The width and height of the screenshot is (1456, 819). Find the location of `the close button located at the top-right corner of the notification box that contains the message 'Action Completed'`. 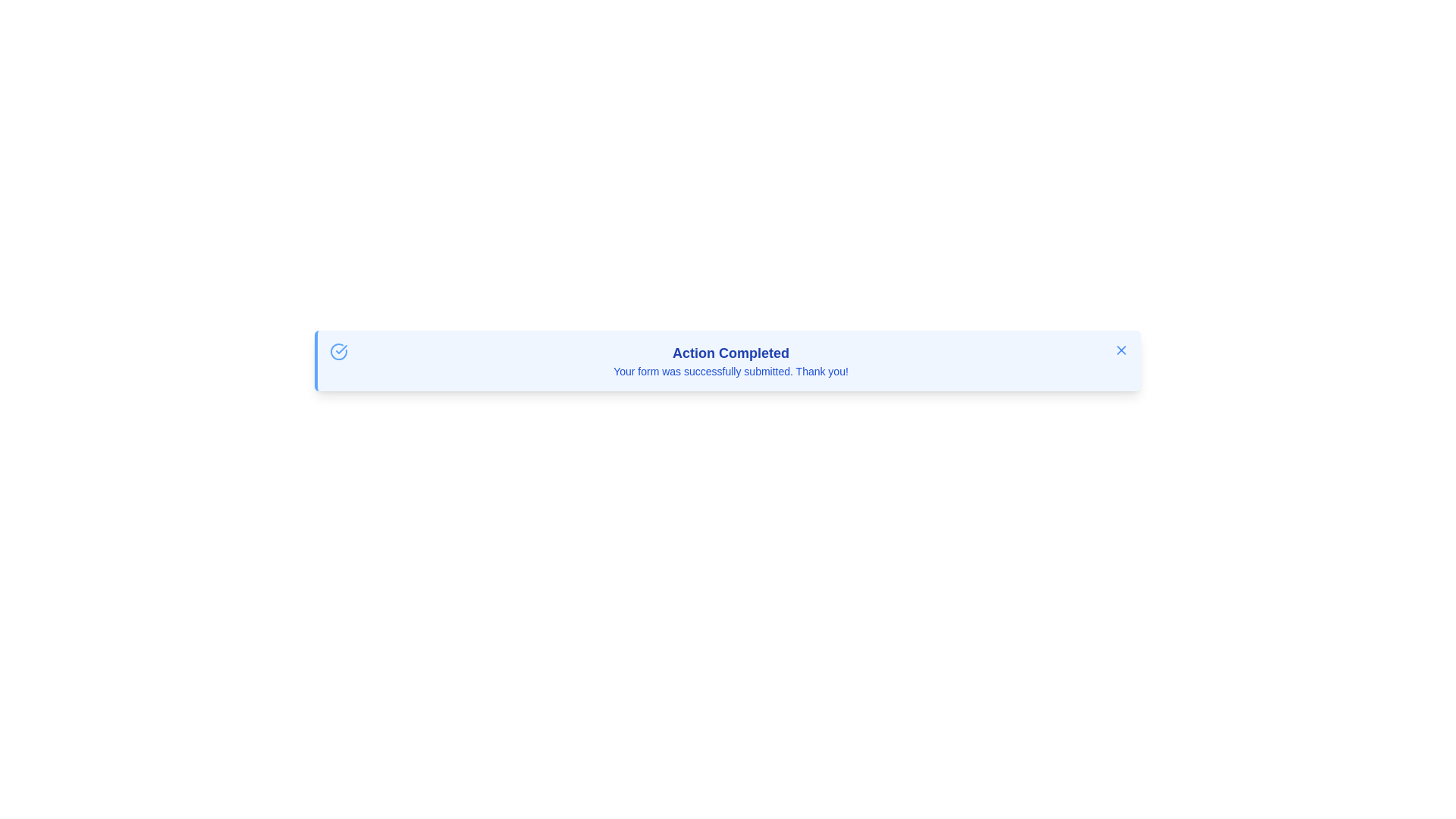

the close button located at the top-right corner of the notification box that contains the message 'Action Completed' is located at coordinates (1121, 350).